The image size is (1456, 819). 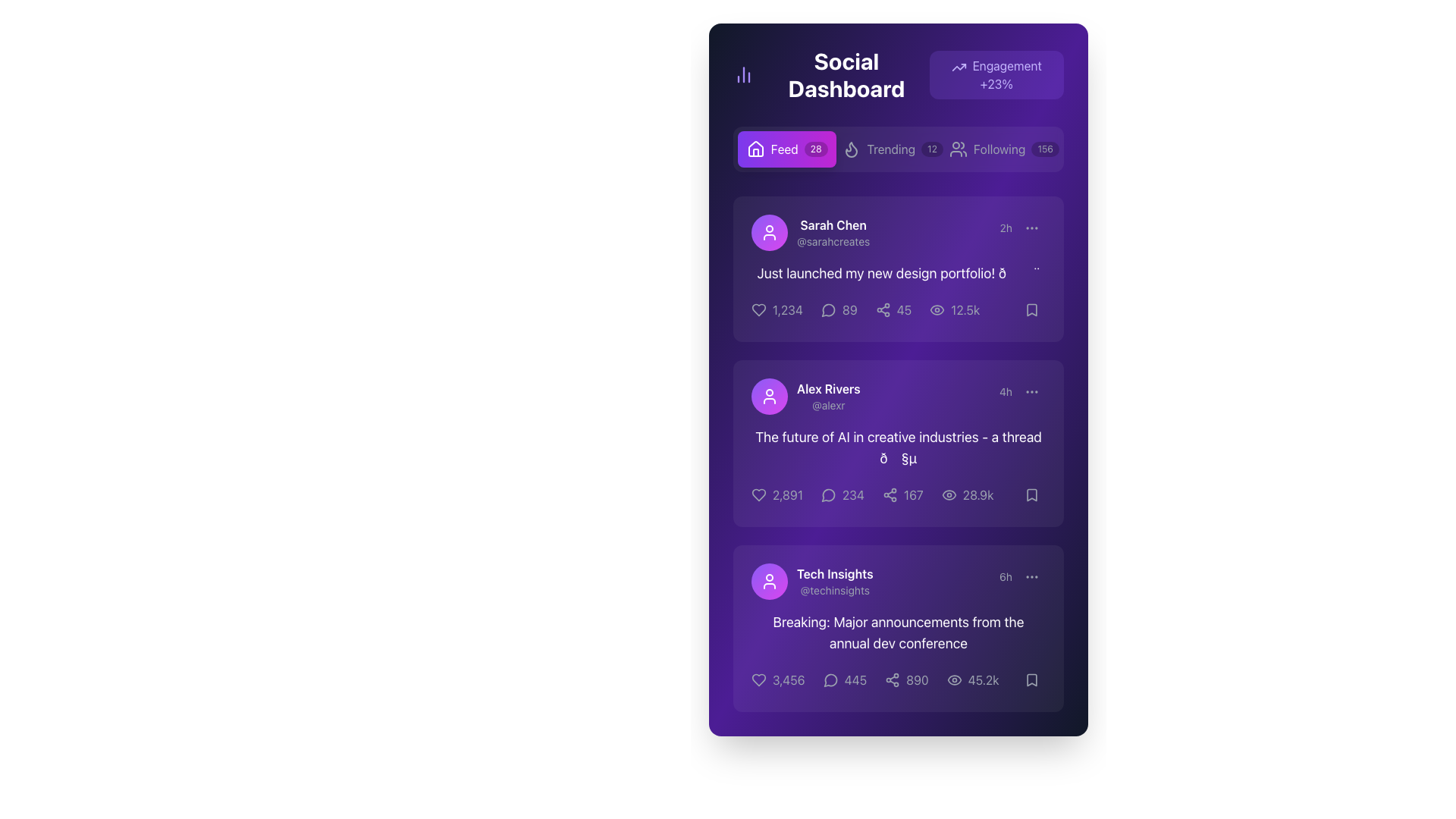 I want to click on the circular icon with three horizontally-aligned dots in the upper-right corner of Sarah Chen's post card, so click(x=1031, y=227).